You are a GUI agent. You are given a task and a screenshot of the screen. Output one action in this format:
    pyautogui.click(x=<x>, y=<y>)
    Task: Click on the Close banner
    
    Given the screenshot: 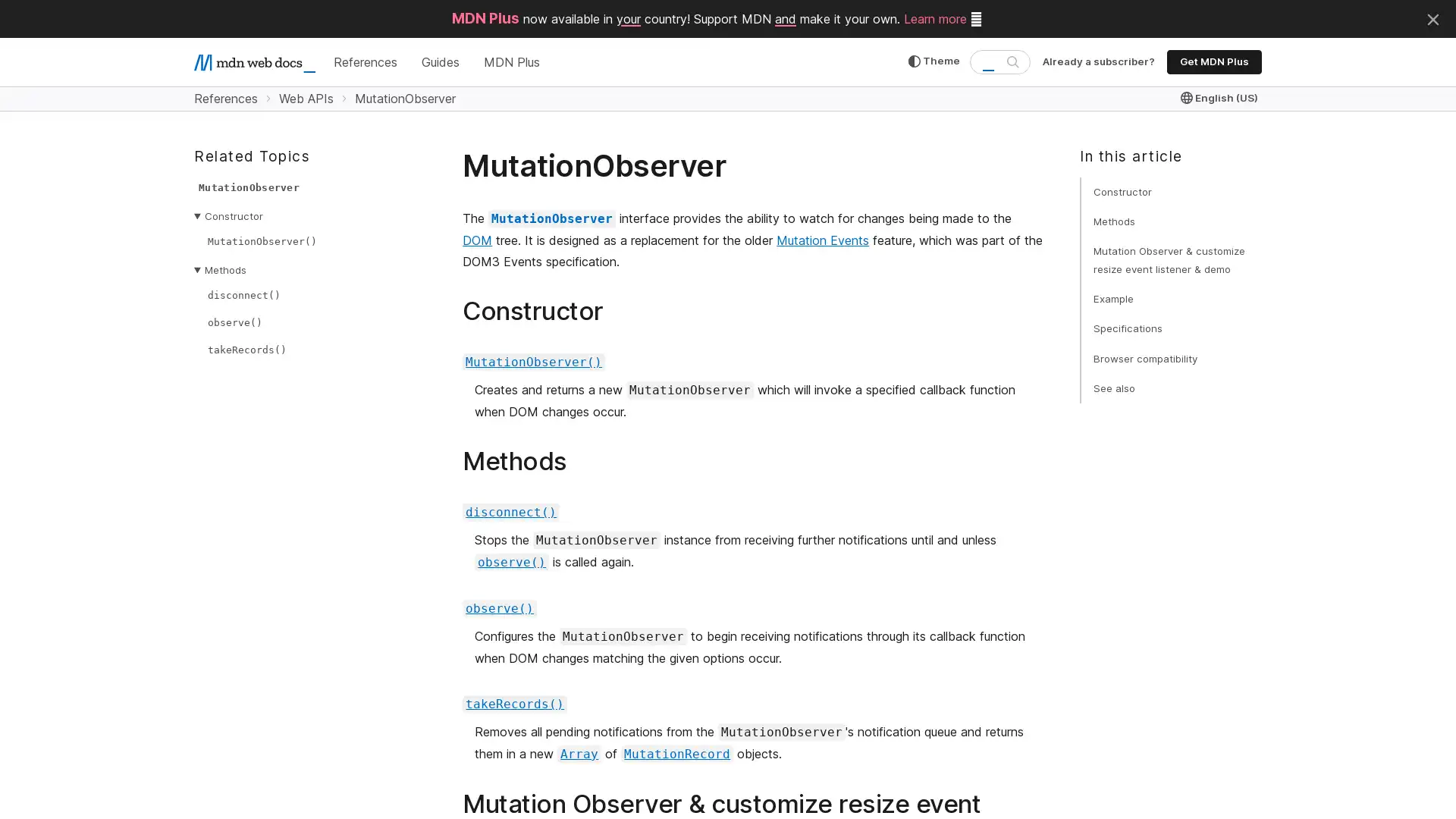 What is the action you would take?
    pyautogui.click(x=1432, y=17)
    